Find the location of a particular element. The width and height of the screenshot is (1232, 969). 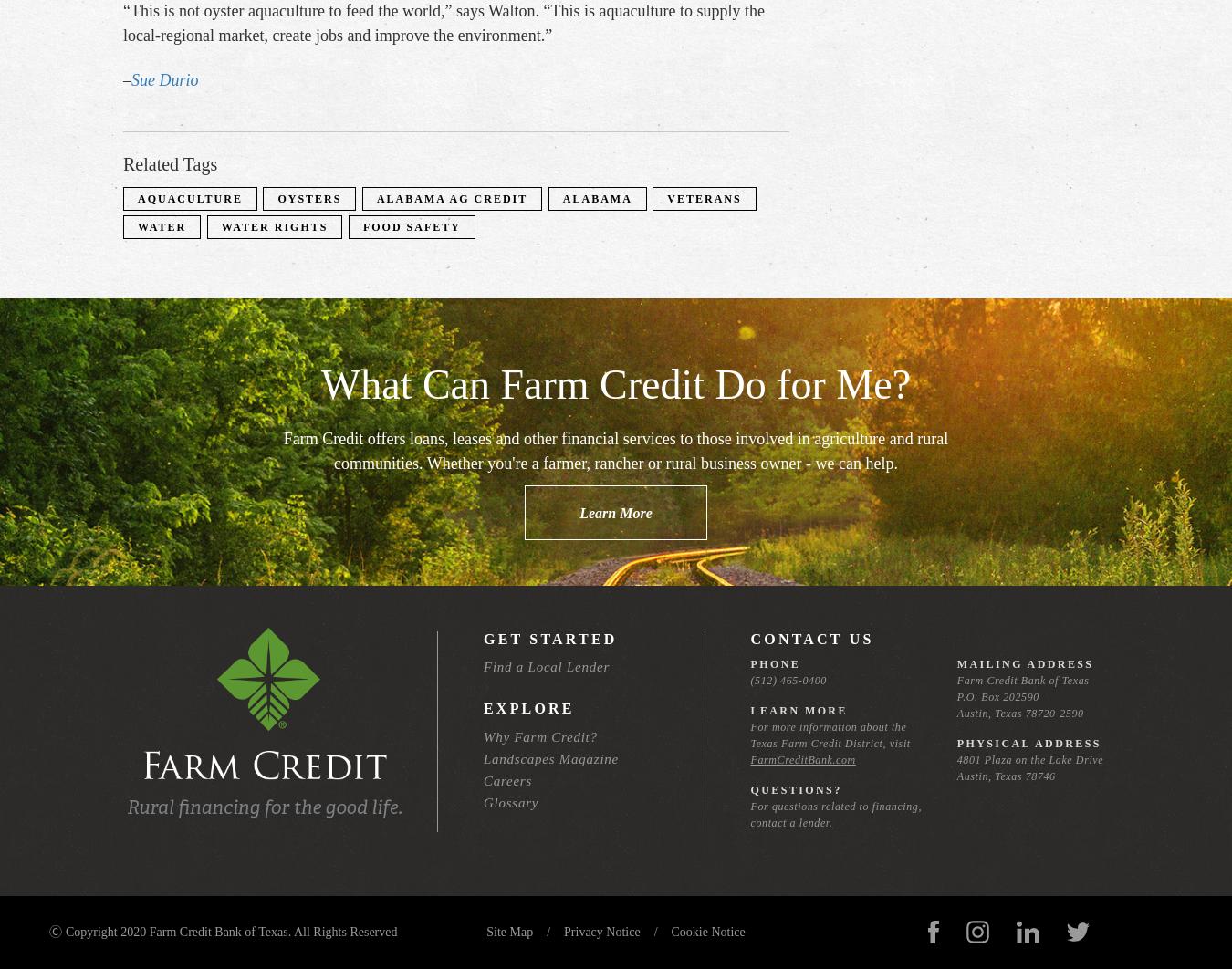

'For questions related to financing,' is located at coordinates (834, 806).